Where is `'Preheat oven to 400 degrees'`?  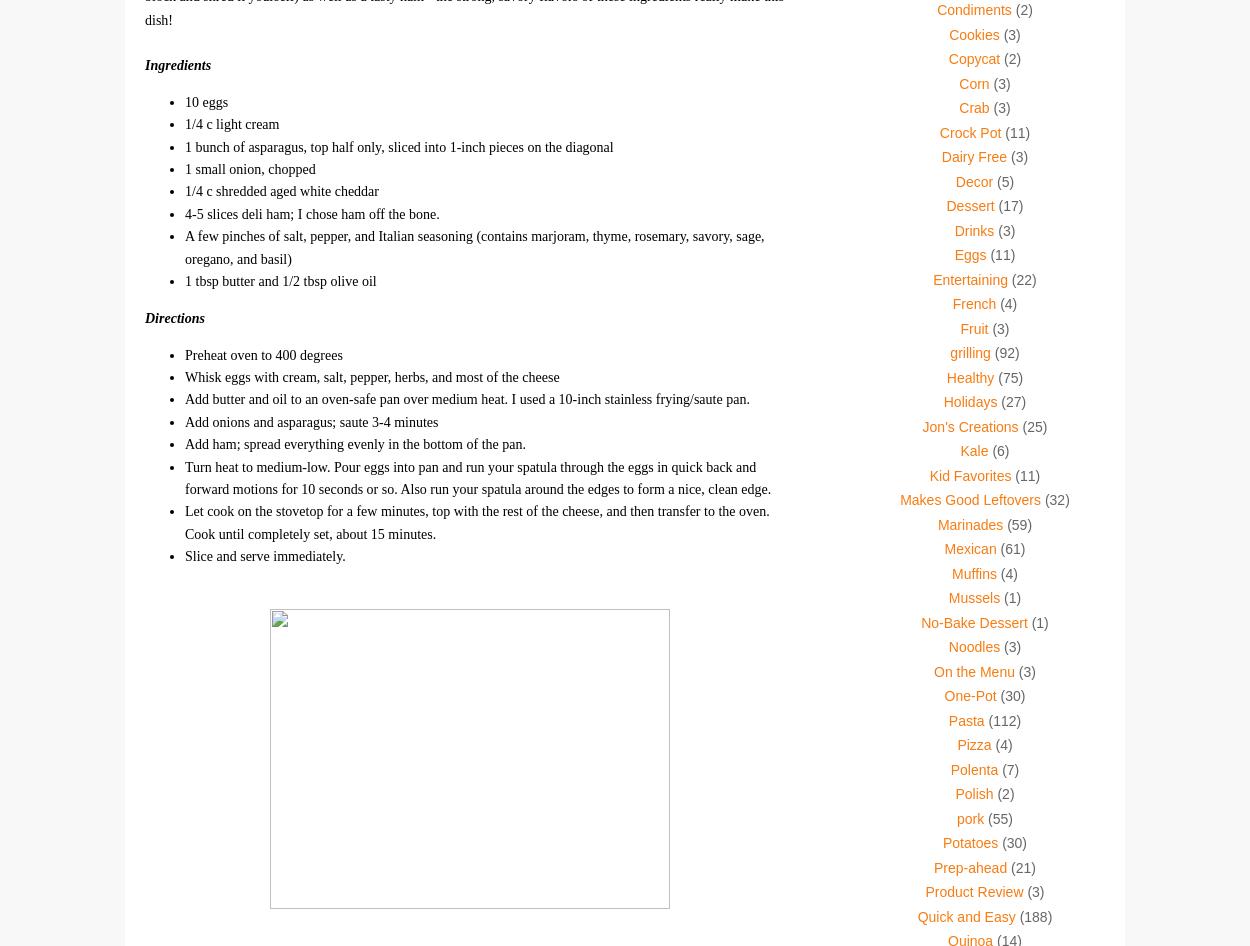 'Preheat oven to 400 degrees' is located at coordinates (185, 354).